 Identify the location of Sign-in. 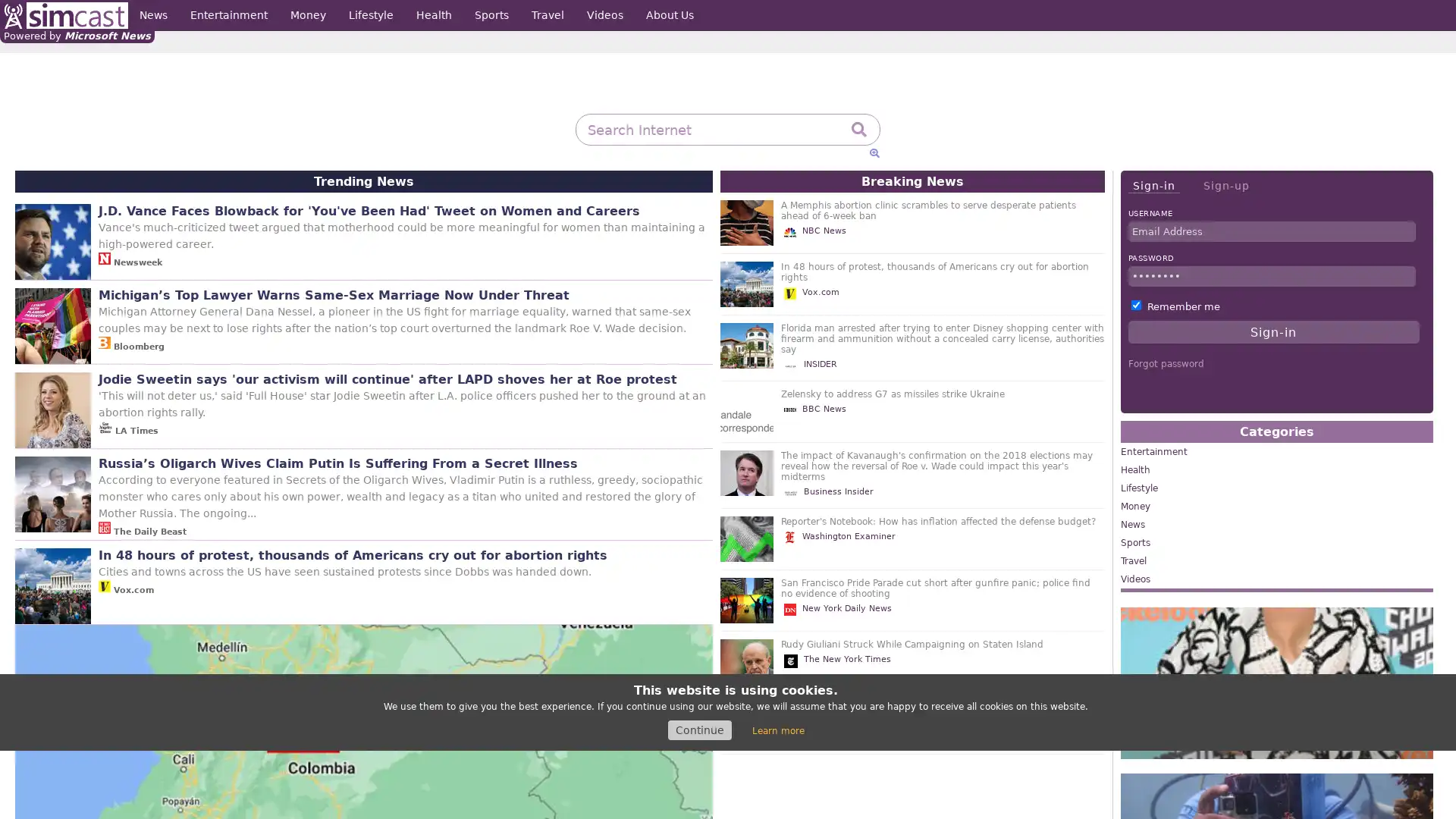
(1153, 185).